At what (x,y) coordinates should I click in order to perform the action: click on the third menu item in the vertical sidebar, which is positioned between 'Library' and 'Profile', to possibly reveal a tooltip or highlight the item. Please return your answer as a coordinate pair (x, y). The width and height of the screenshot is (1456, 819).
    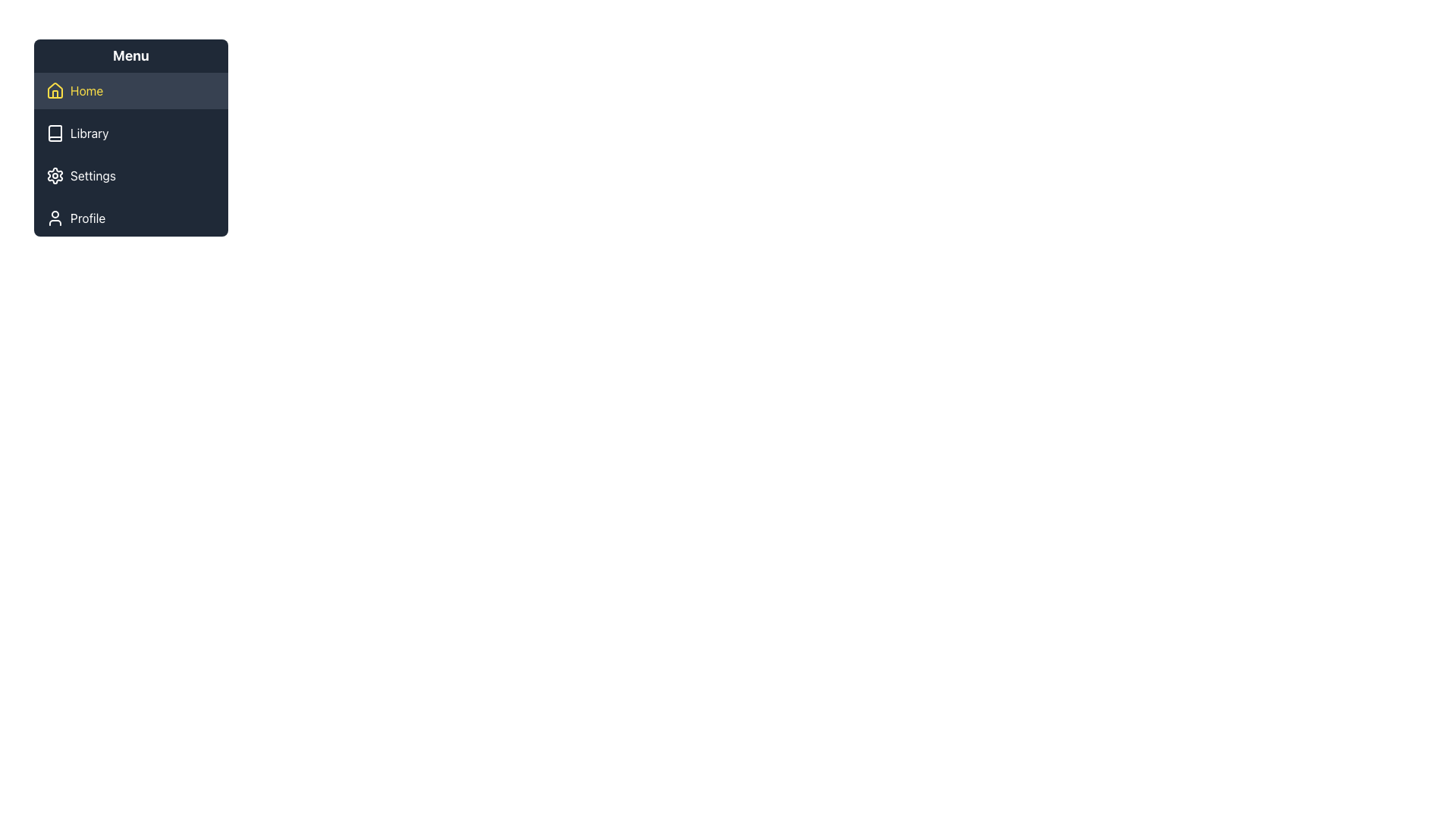
    Looking at the image, I should click on (130, 174).